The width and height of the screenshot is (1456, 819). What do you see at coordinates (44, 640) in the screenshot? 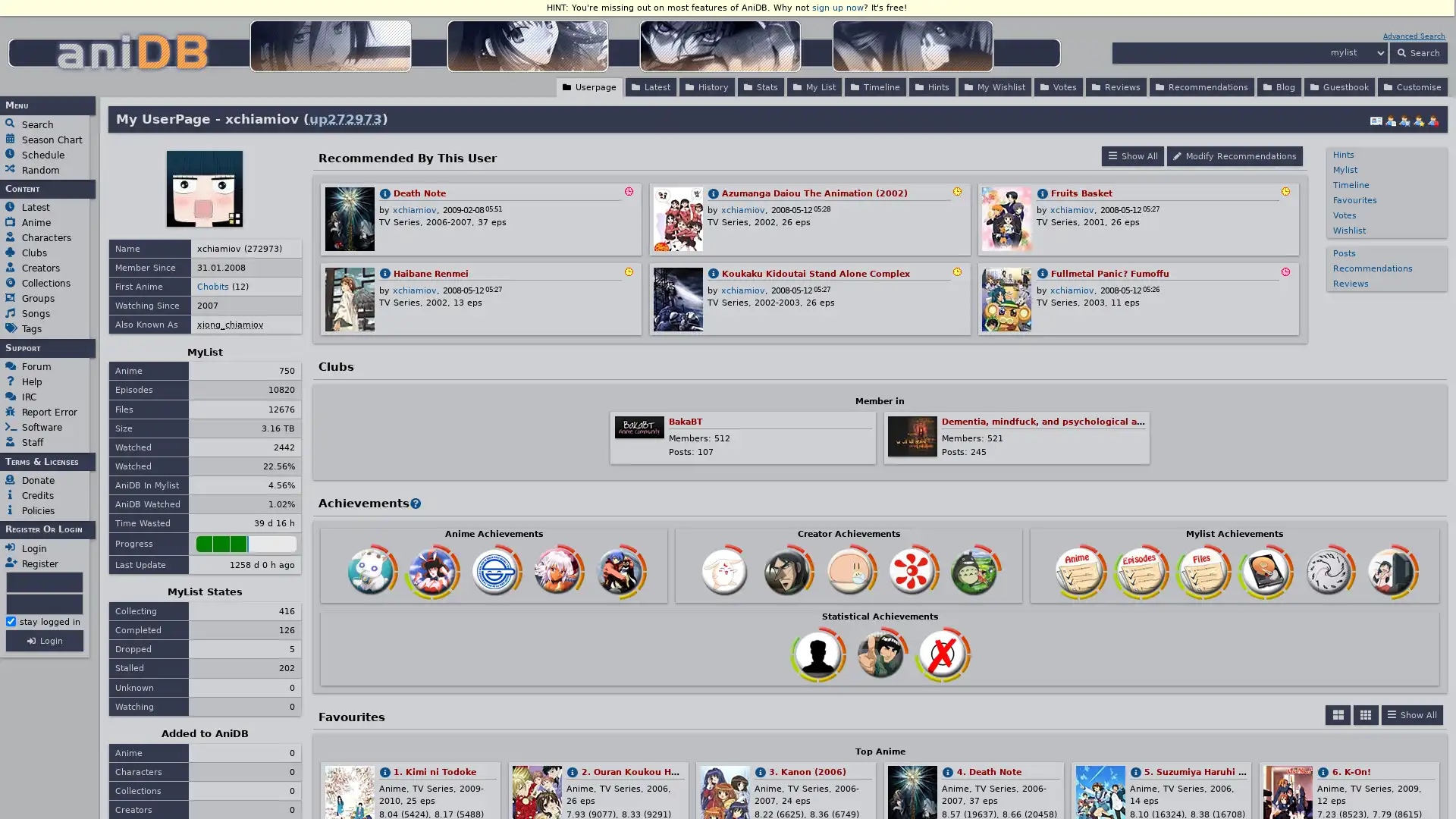
I see `Login` at bounding box center [44, 640].